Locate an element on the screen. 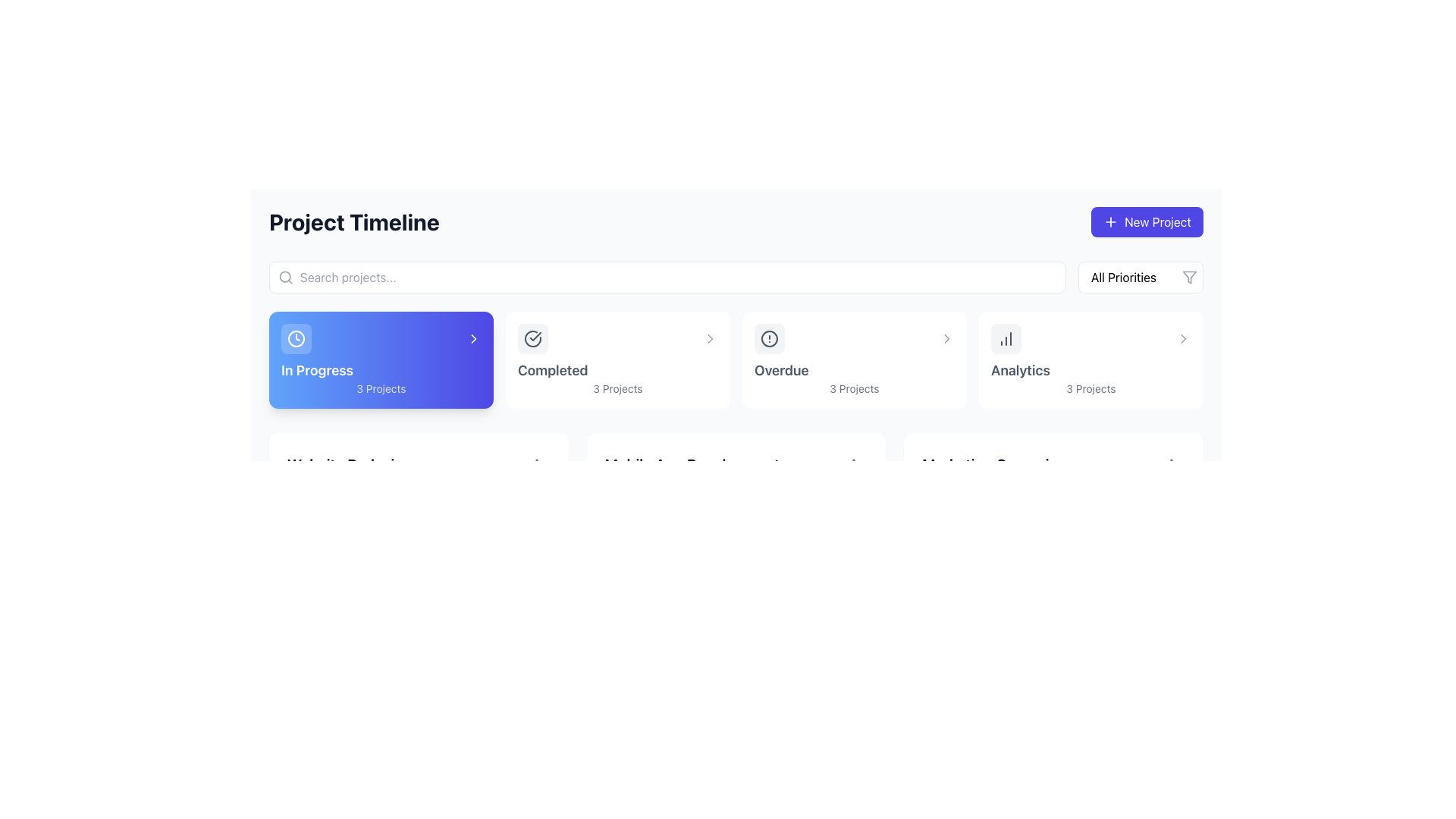 The width and height of the screenshot is (1456, 819). the 'Overdue' icon embedded within a rounded background is located at coordinates (769, 338).